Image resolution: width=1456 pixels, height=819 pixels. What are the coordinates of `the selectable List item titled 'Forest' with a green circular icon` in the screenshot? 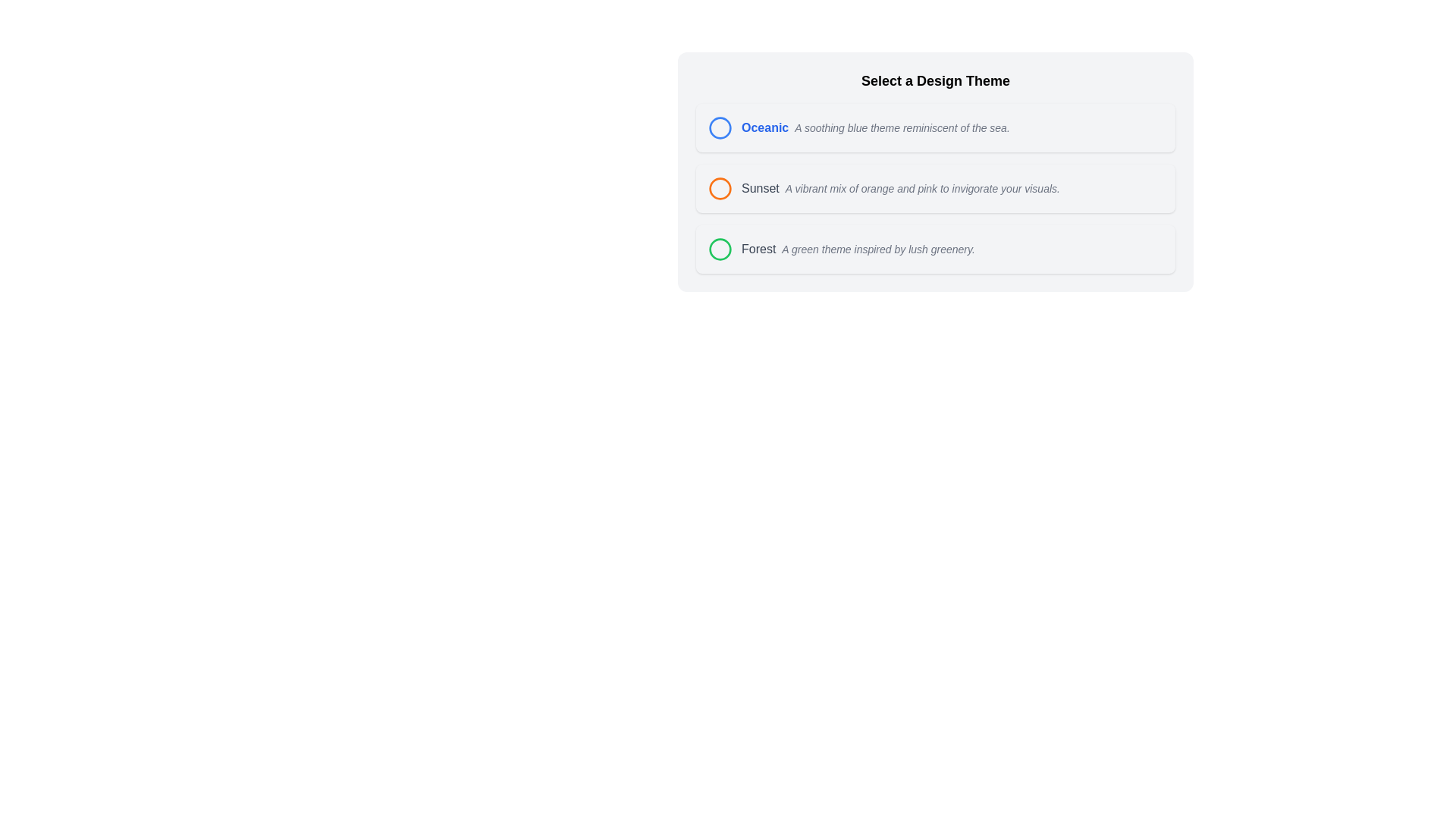 It's located at (840, 248).